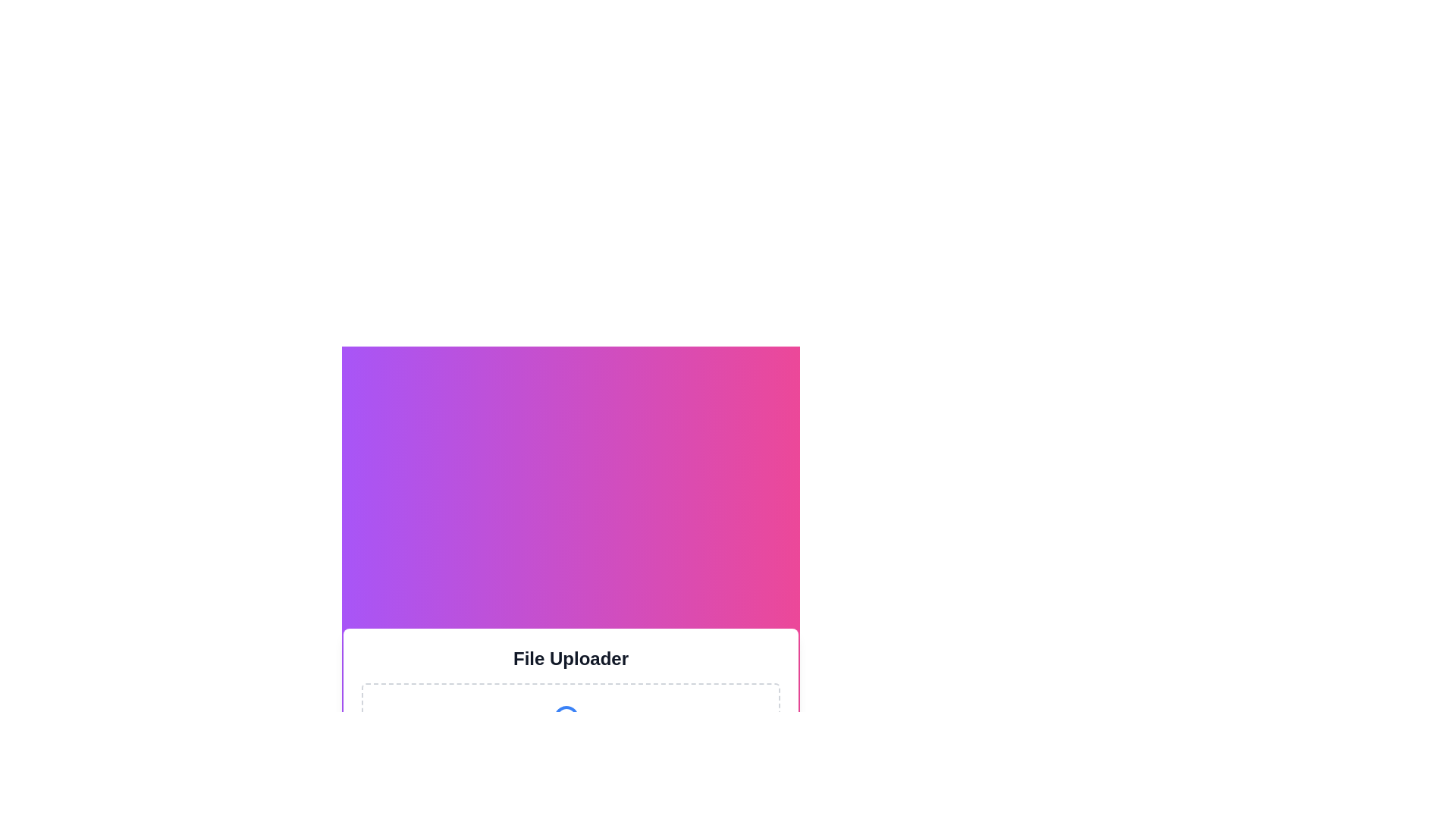  I want to click on the File upload placeholder located below the 'File Uploader' title to potentially reveal additional instructions or styles, so click(570, 736).